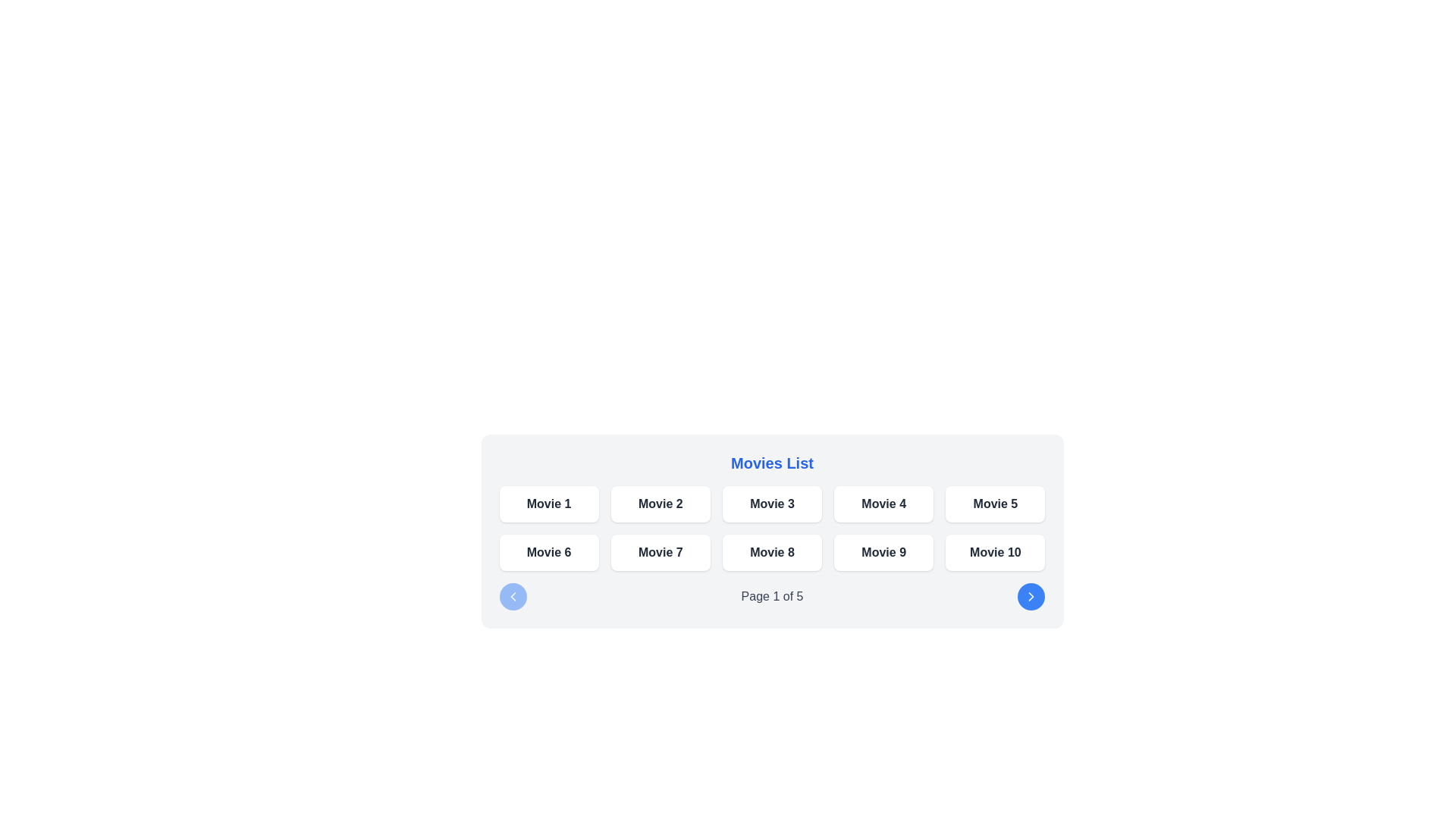 The image size is (1456, 819). I want to click on the button-like list item displaying the title 'Movie 10', so click(995, 553).